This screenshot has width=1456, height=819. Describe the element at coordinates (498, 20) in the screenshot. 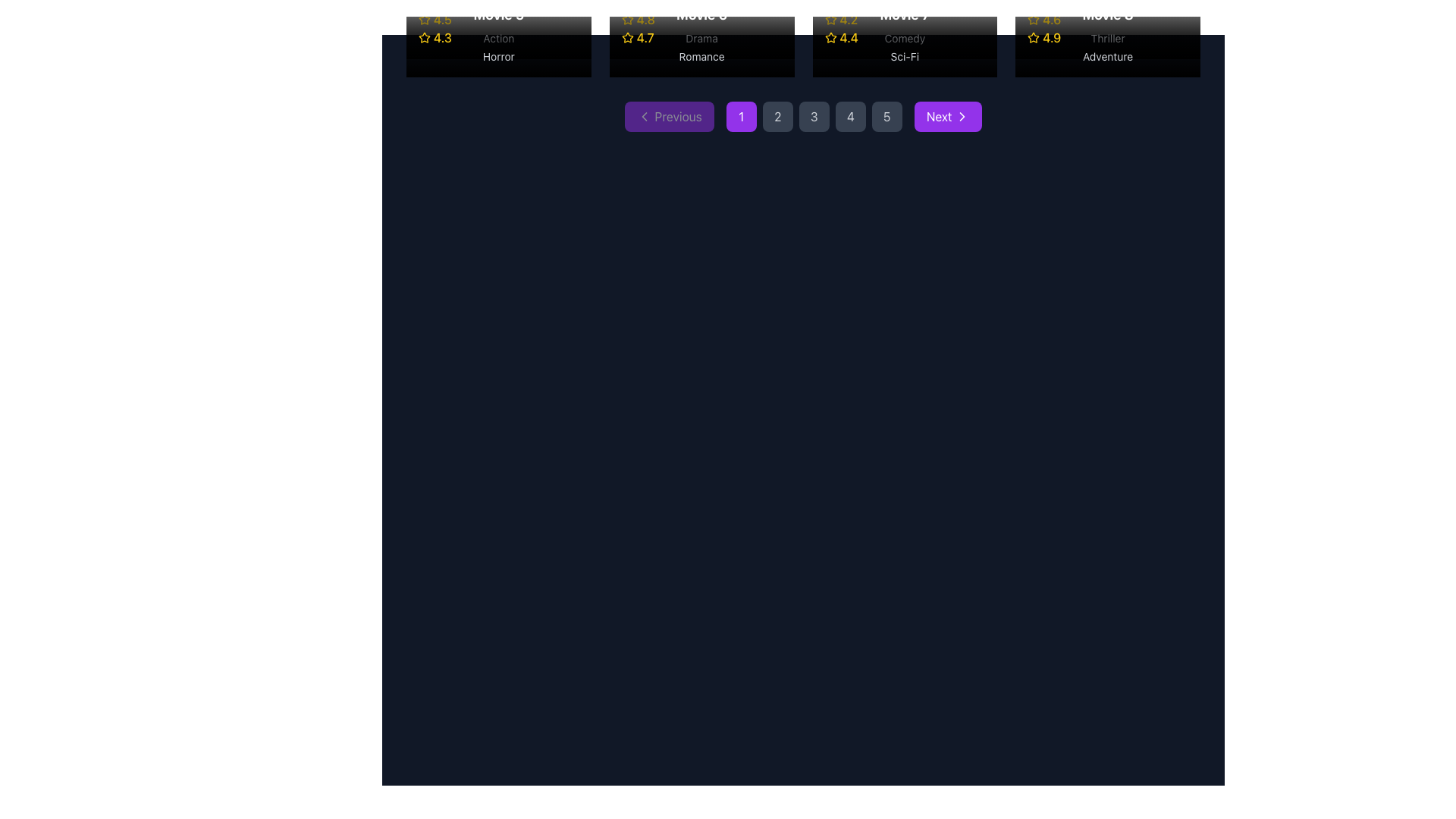

I see `the rating value '4.5' displayed in yellow text next to the yellow star icon, located at the bottom section of the movie details card` at that location.